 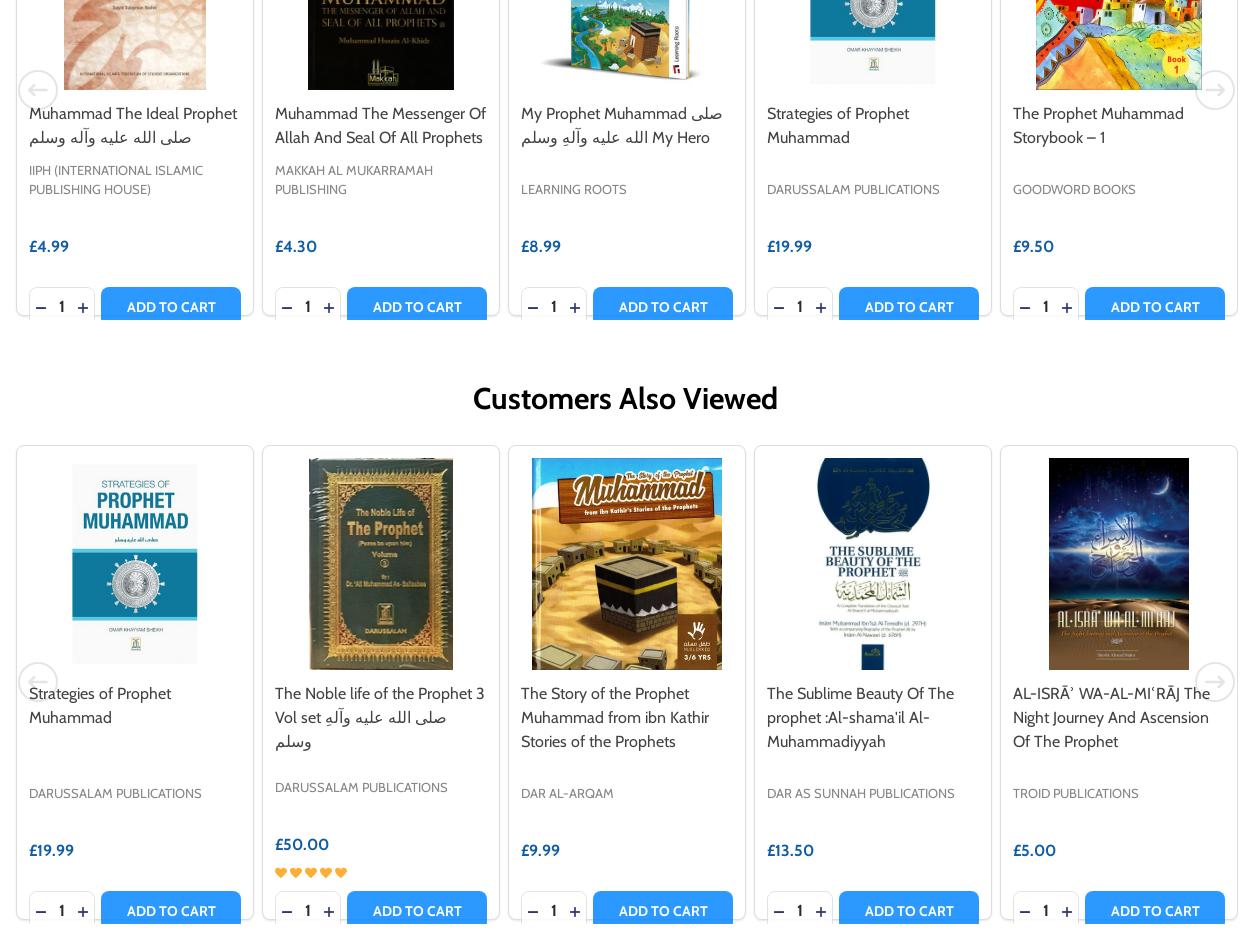 I want to click on '£13.50', so click(x=790, y=848).